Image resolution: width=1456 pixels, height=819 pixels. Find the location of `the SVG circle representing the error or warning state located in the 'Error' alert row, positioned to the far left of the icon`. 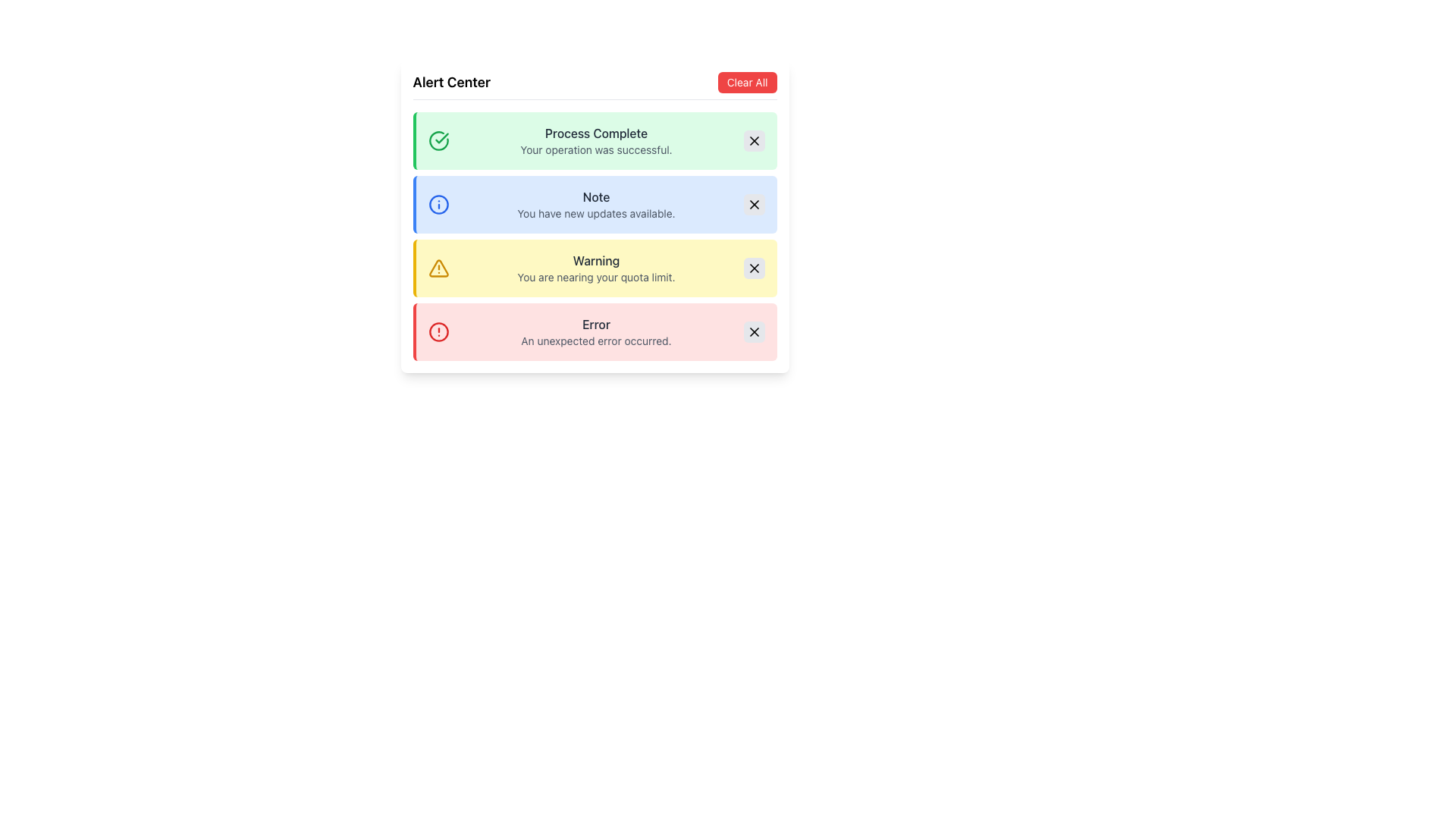

the SVG circle representing the error or warning state located in the 'Error' alert row, positioned to the far left of the icon is located at coordinates (438, 331).